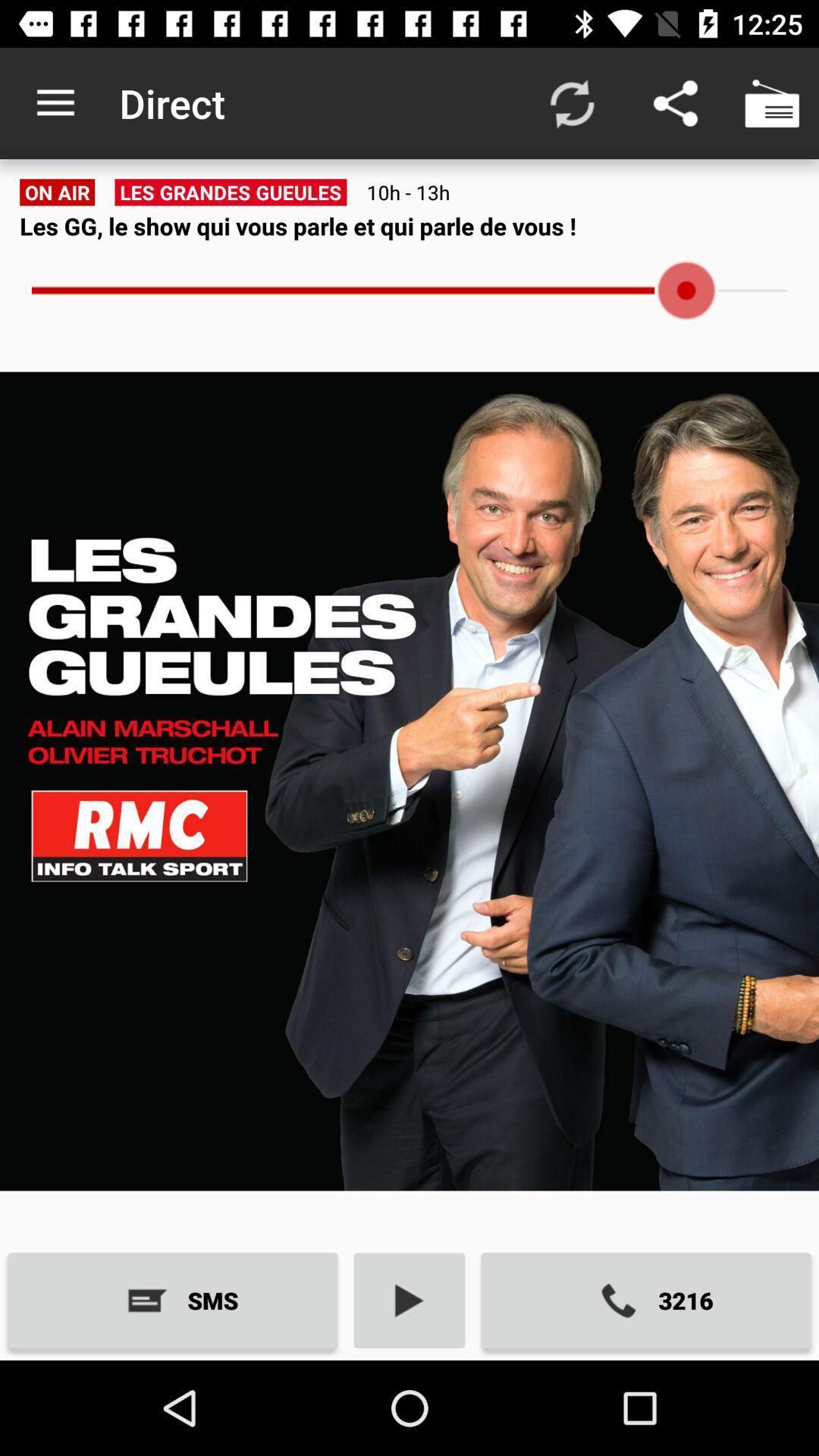  What do you see at coordinates (646, 1300) in the screenshot?
I see `3216 icon` at bounding box center [646, 1300].